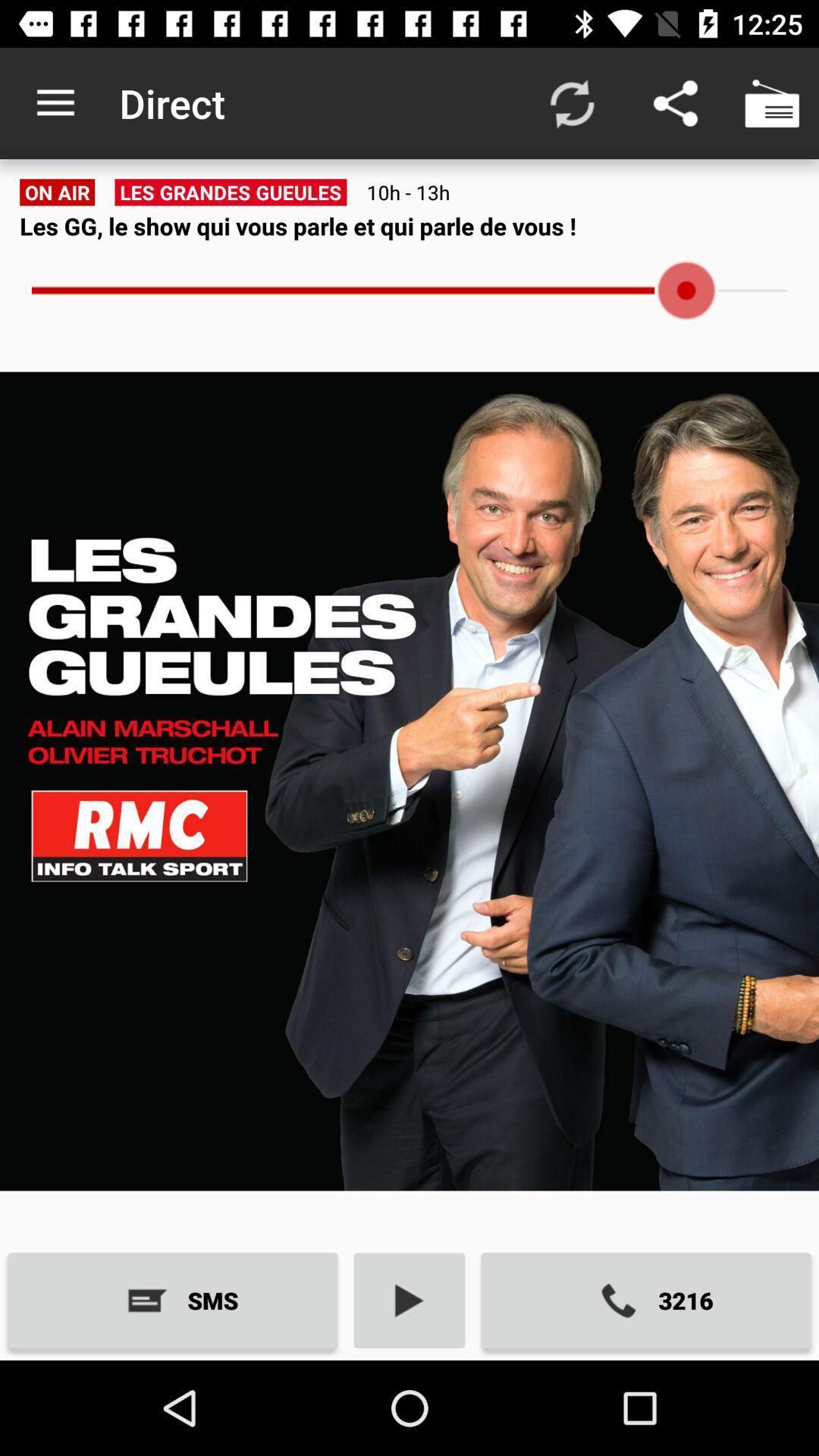  What do you see at coordinates (646, 1300) in the screenshot?
I see `3216 icon` at bounding box center [646, 1300].